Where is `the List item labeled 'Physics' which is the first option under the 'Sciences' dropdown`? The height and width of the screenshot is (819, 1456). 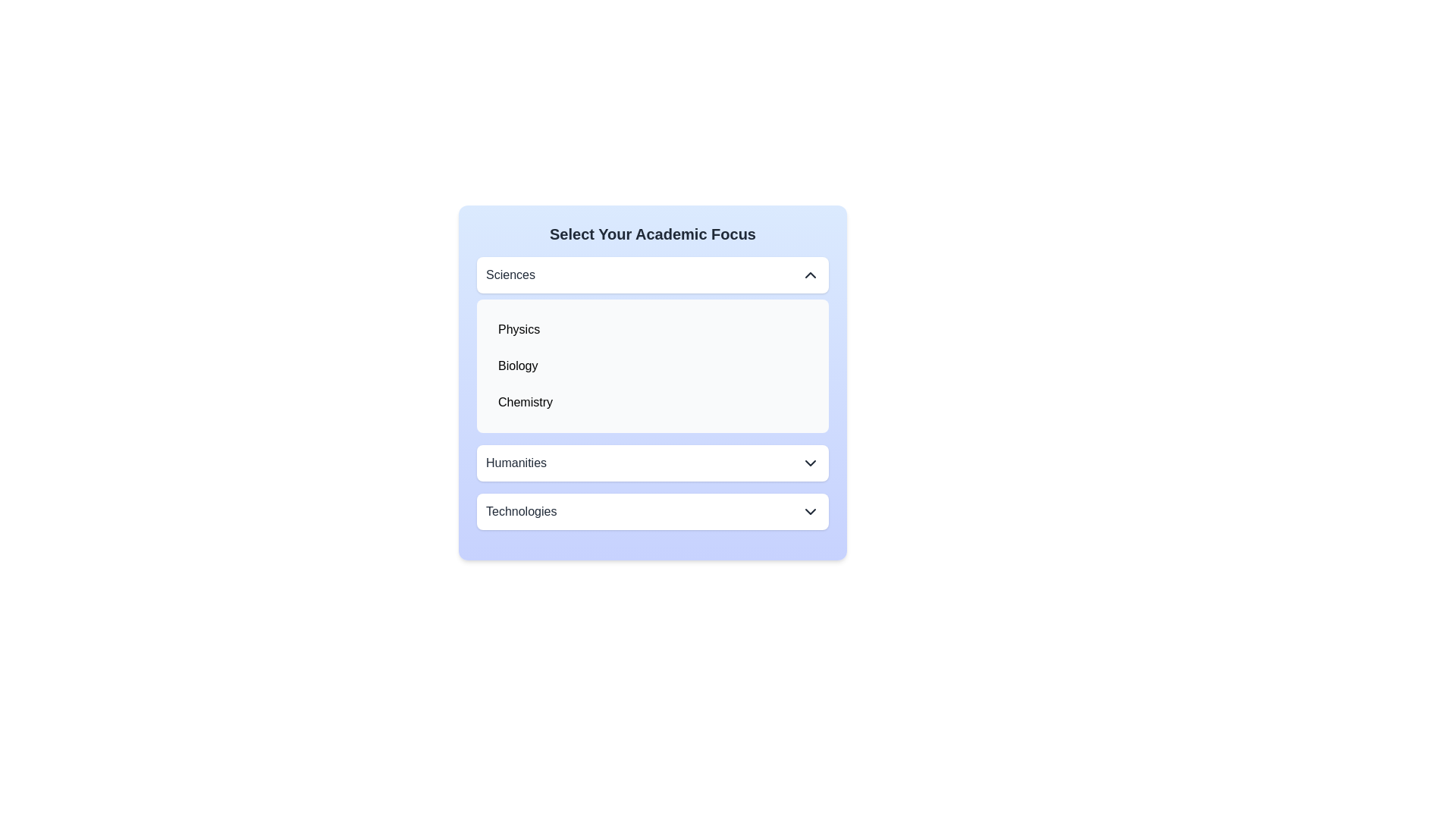
the List item labeled 'Physics' which is the first option under the 'Sciences' dropdown is located at coordinates (652, 329).